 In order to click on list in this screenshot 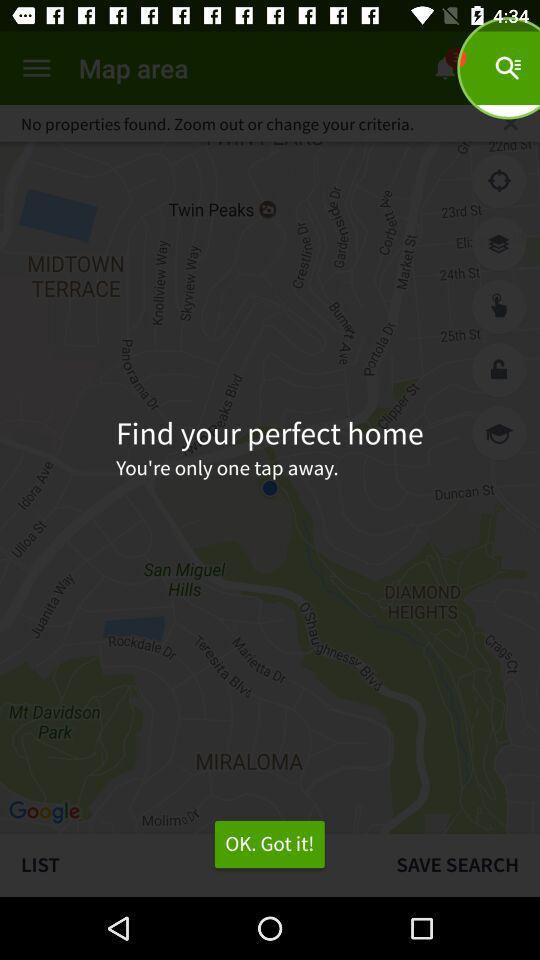, I will do `click(187, 864)`.